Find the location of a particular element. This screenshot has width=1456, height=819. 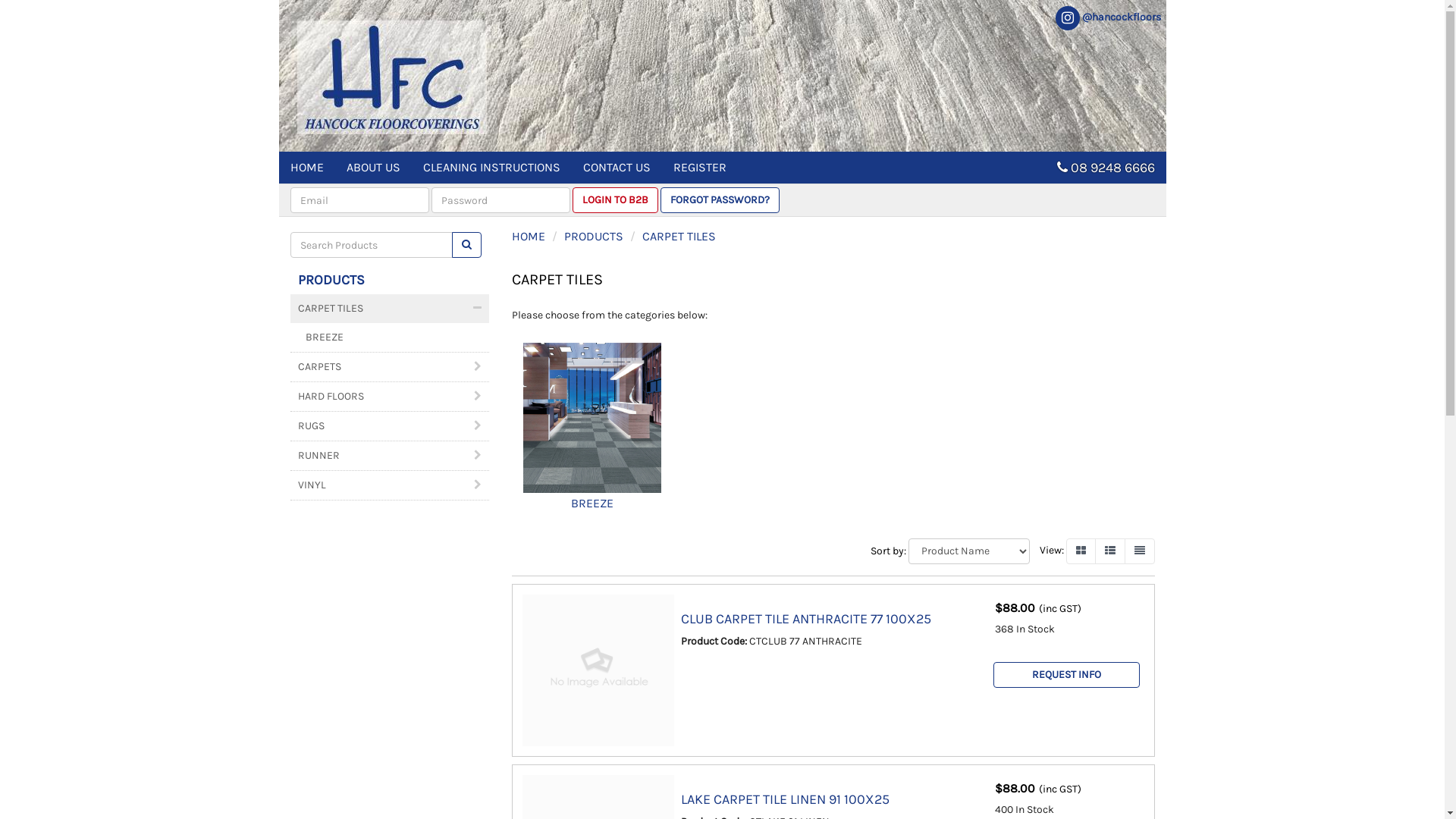

'LAKE CARPET TILE LINEN 91 100X25' is located at coordinates (785, 798).